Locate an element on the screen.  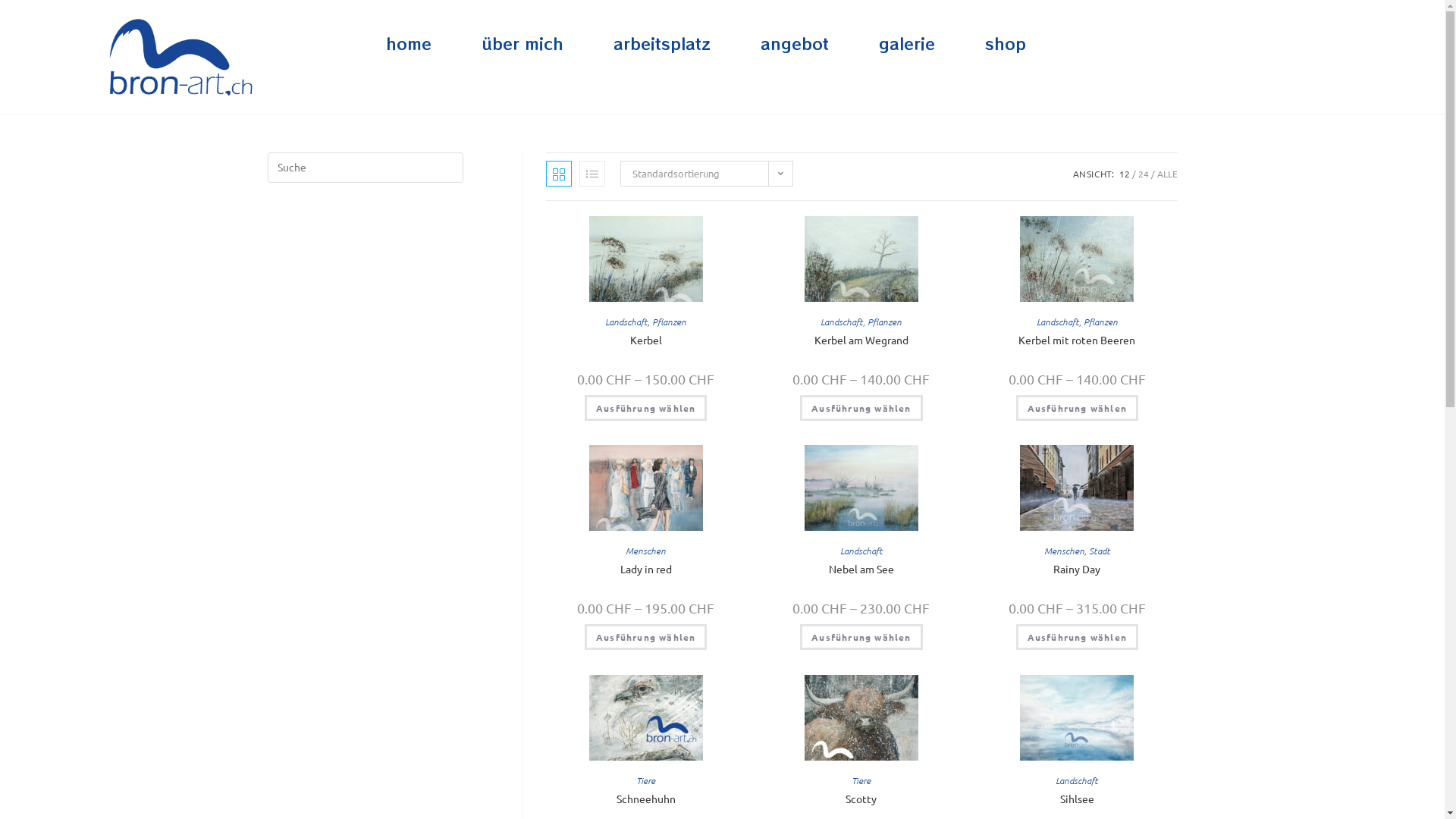
'24' is located at coordinates (1143, 172).